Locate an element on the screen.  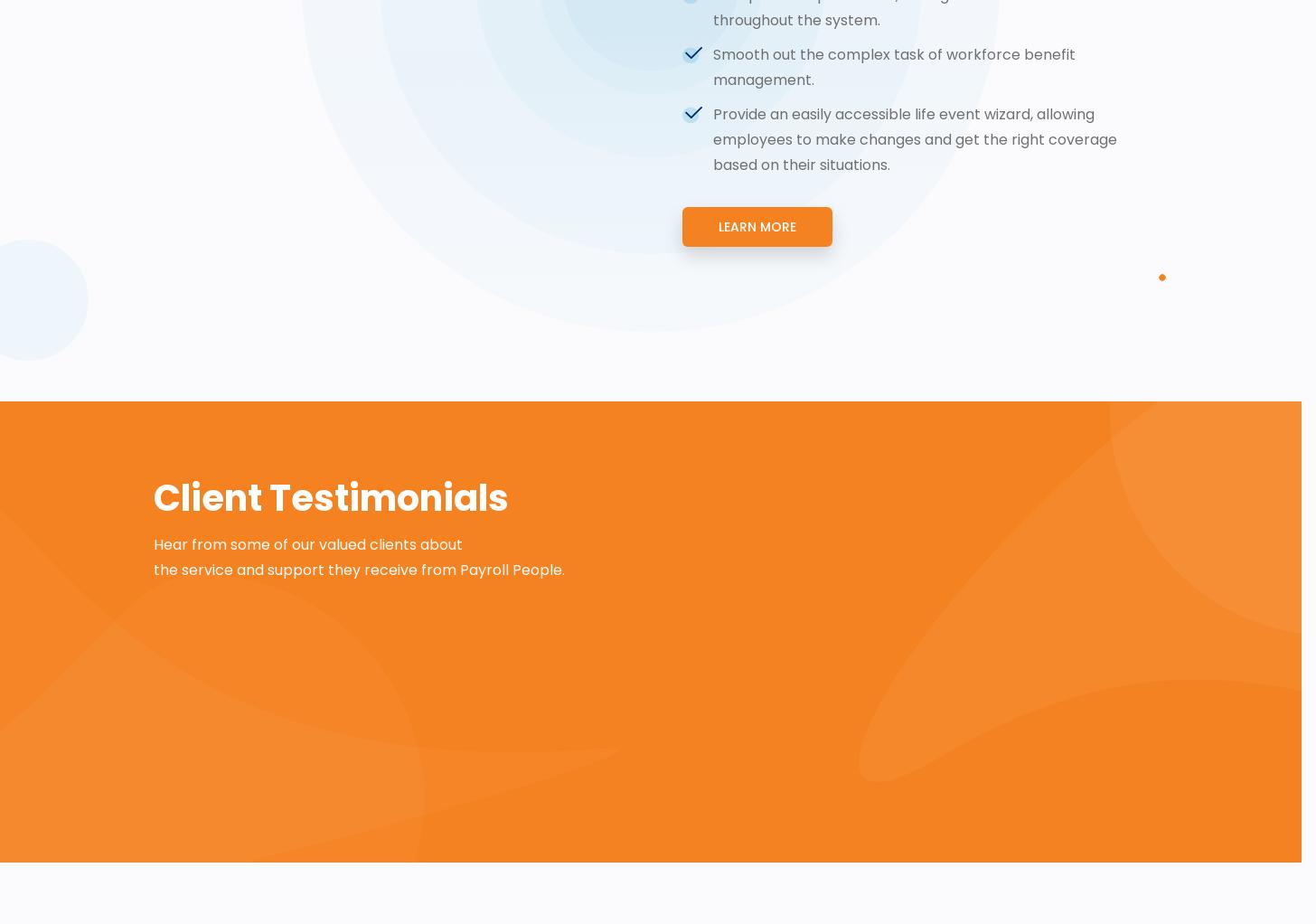
'Carrier Connection' is located at coordinates (317, 113).